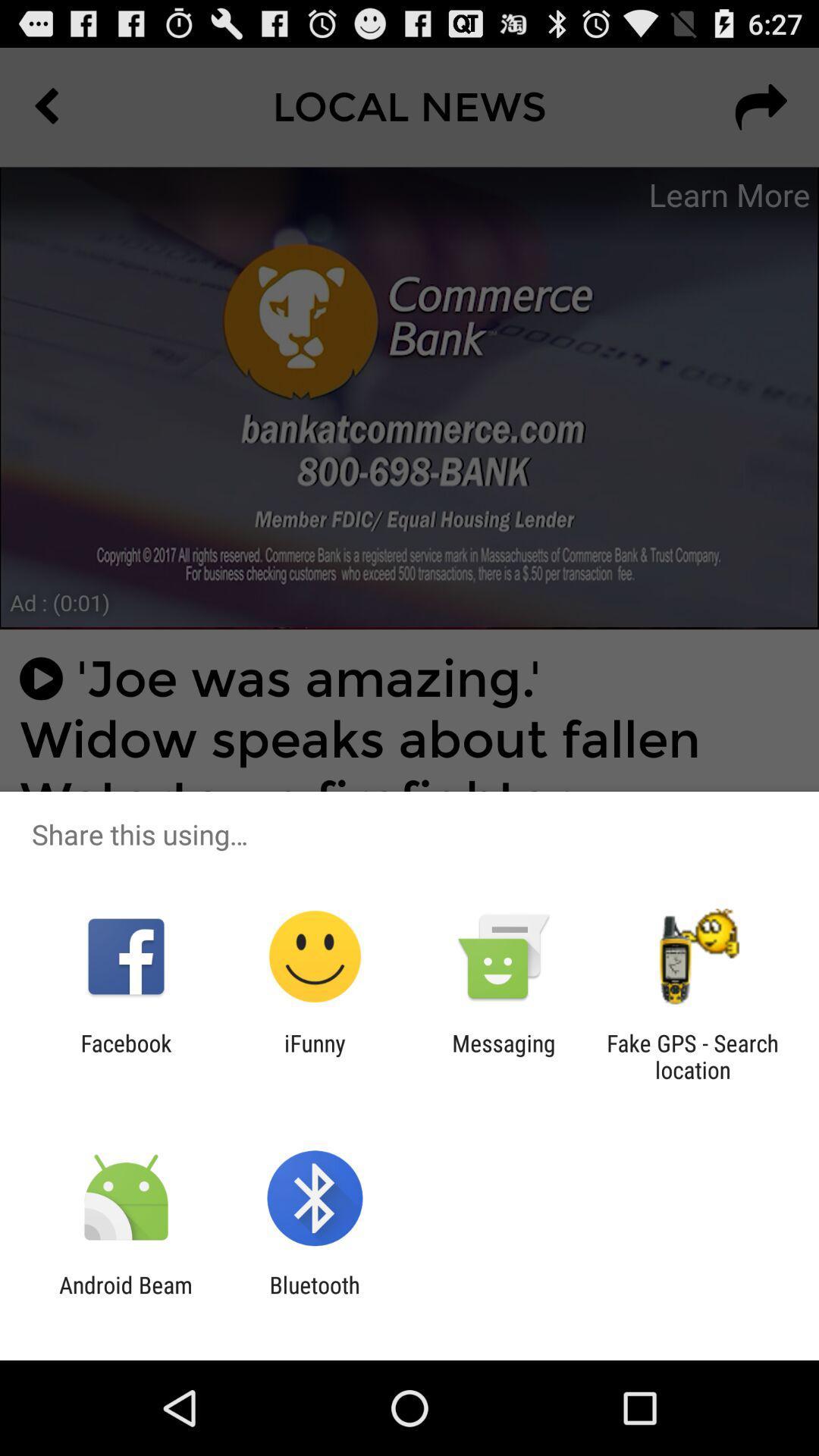  I want to click on item to the right of the messaging item, so click(692, 1056).